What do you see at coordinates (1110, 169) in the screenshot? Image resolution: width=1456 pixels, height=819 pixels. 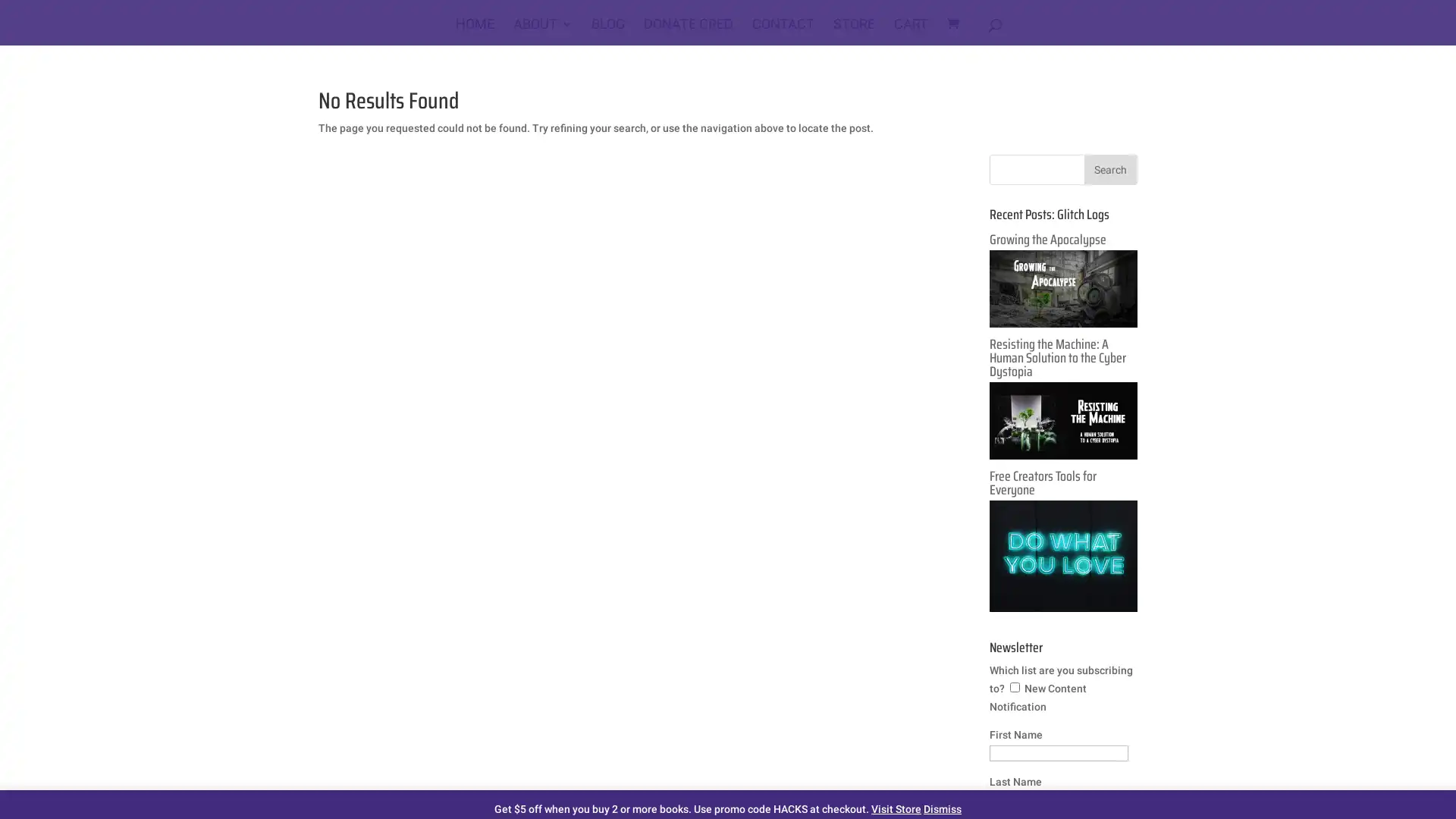 I see `Search` at bounding box center [1110, 169].